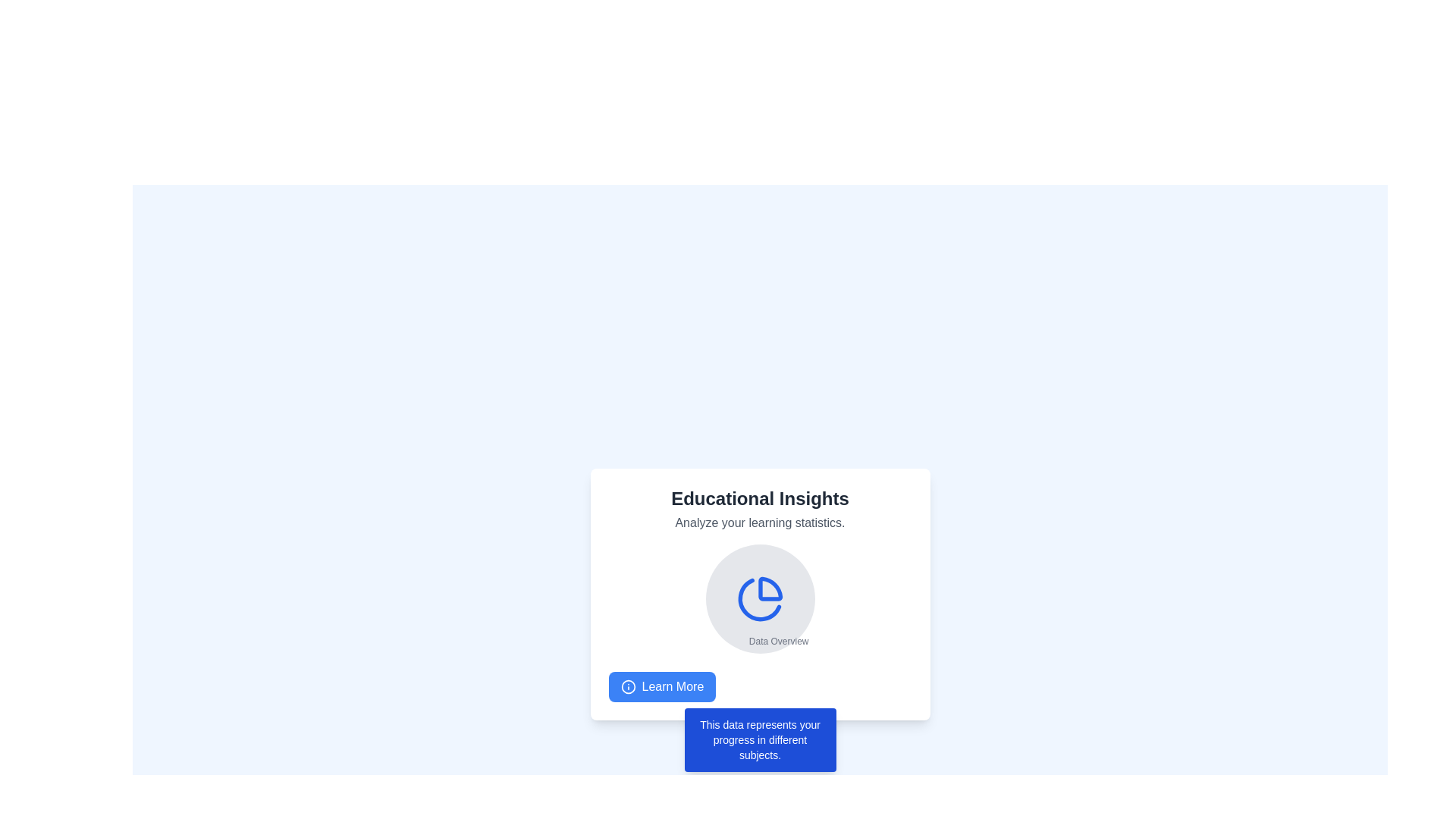 The height and width of the screenshot is (819, 1456). What do you see at coordinates (662, 687) in the screenshot?
I see `the 'Learn More' button with a blue background and an 'info' icon` at bounding box center [662, 687].